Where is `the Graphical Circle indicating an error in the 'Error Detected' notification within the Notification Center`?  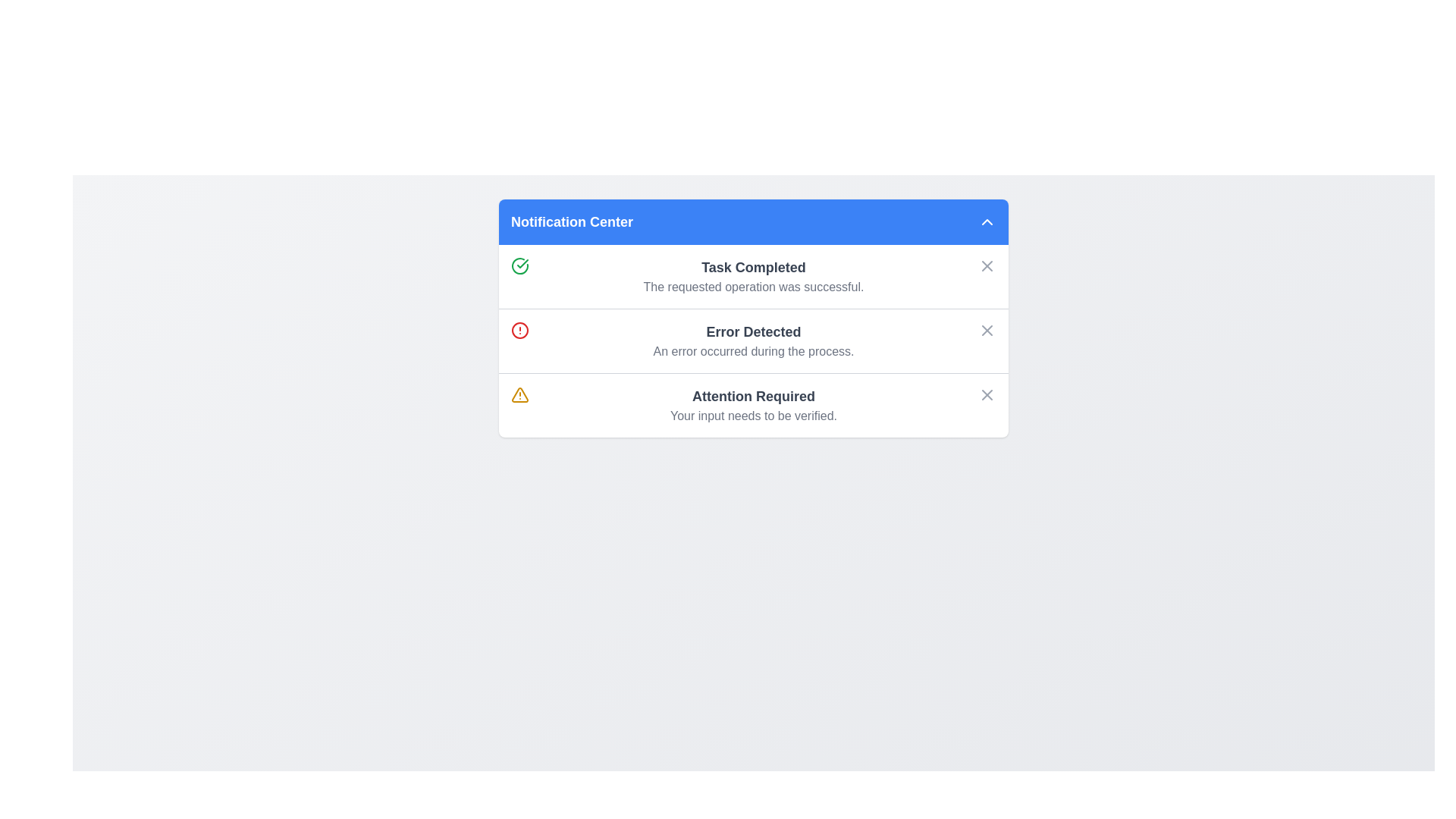 the Graphical Circle indicating an error in the 'Error Detected' notification within the Notification Center is located at coordinates (520, 329).